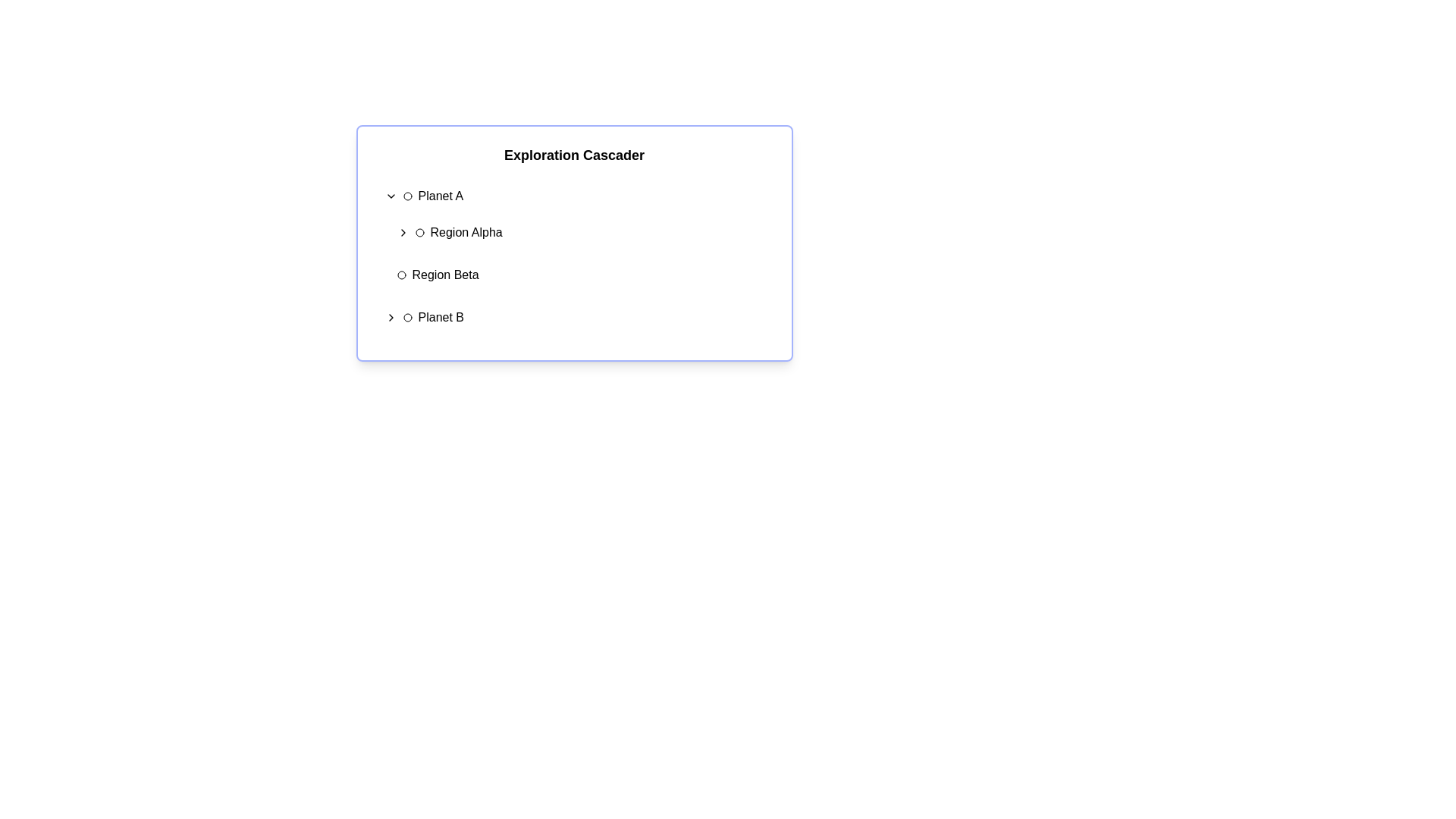 Image resolution: width=1456 pixels, height=819 pixels. Describe the element at coordinates (444, 275) in the screenshot. I see `the text label displaying 'Region Beta'` at that location.